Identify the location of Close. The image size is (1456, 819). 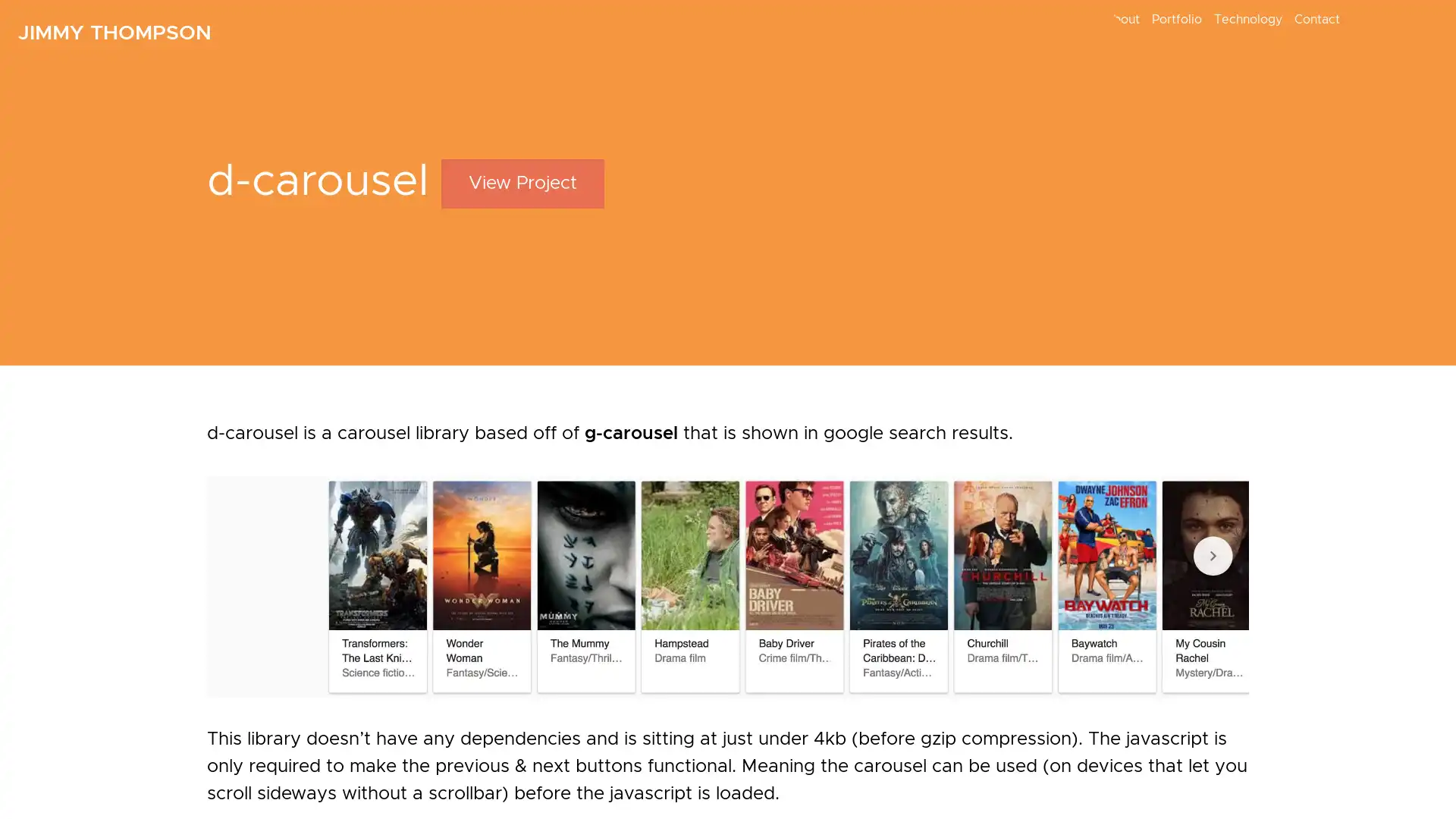
(1037, 385).